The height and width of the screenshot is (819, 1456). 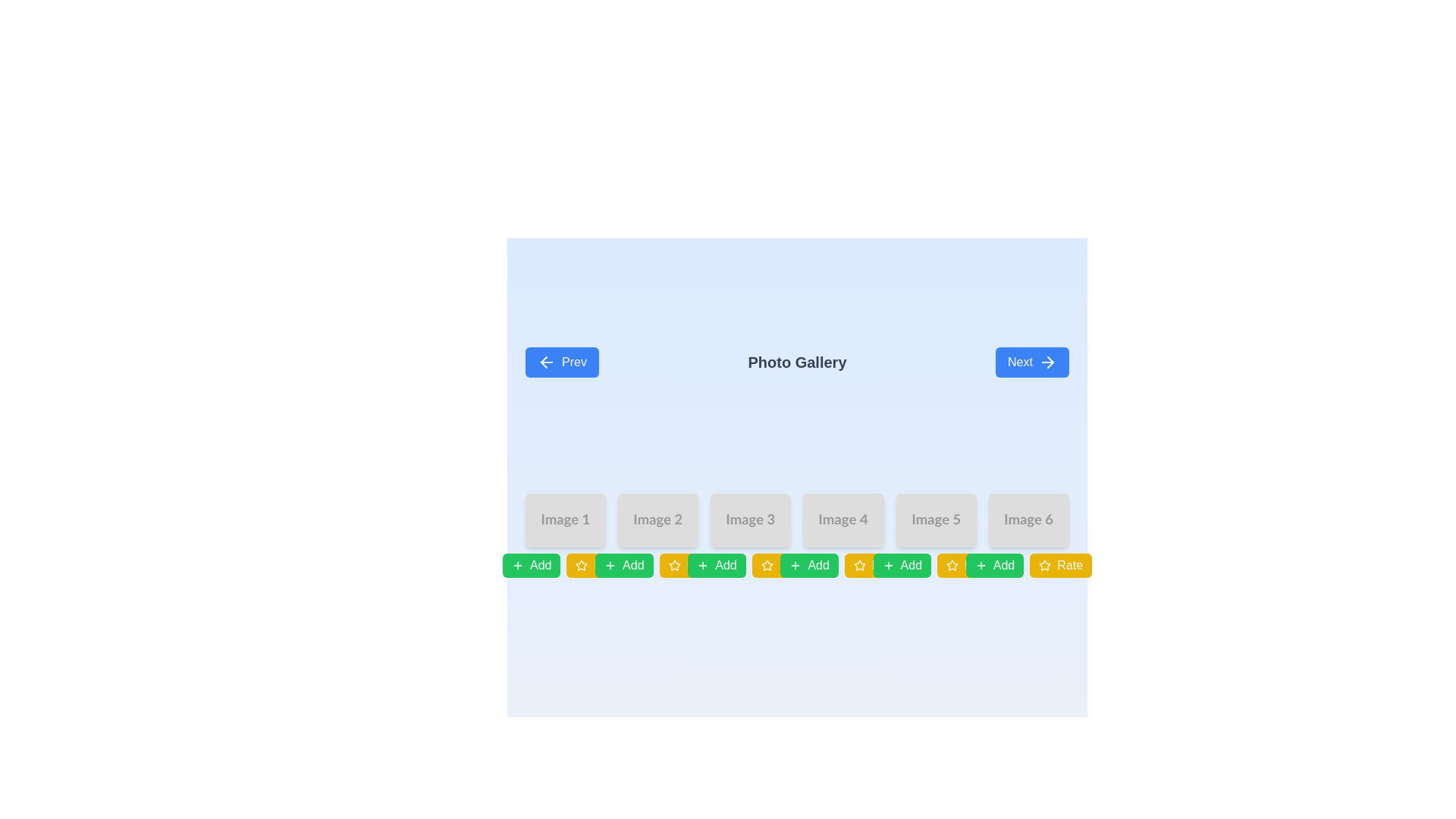 What do you see at coordinates (716, 565) in the screenshot?
I see `the third 'Add' button located below 'Image 3'` at bounding box center [716, 565].